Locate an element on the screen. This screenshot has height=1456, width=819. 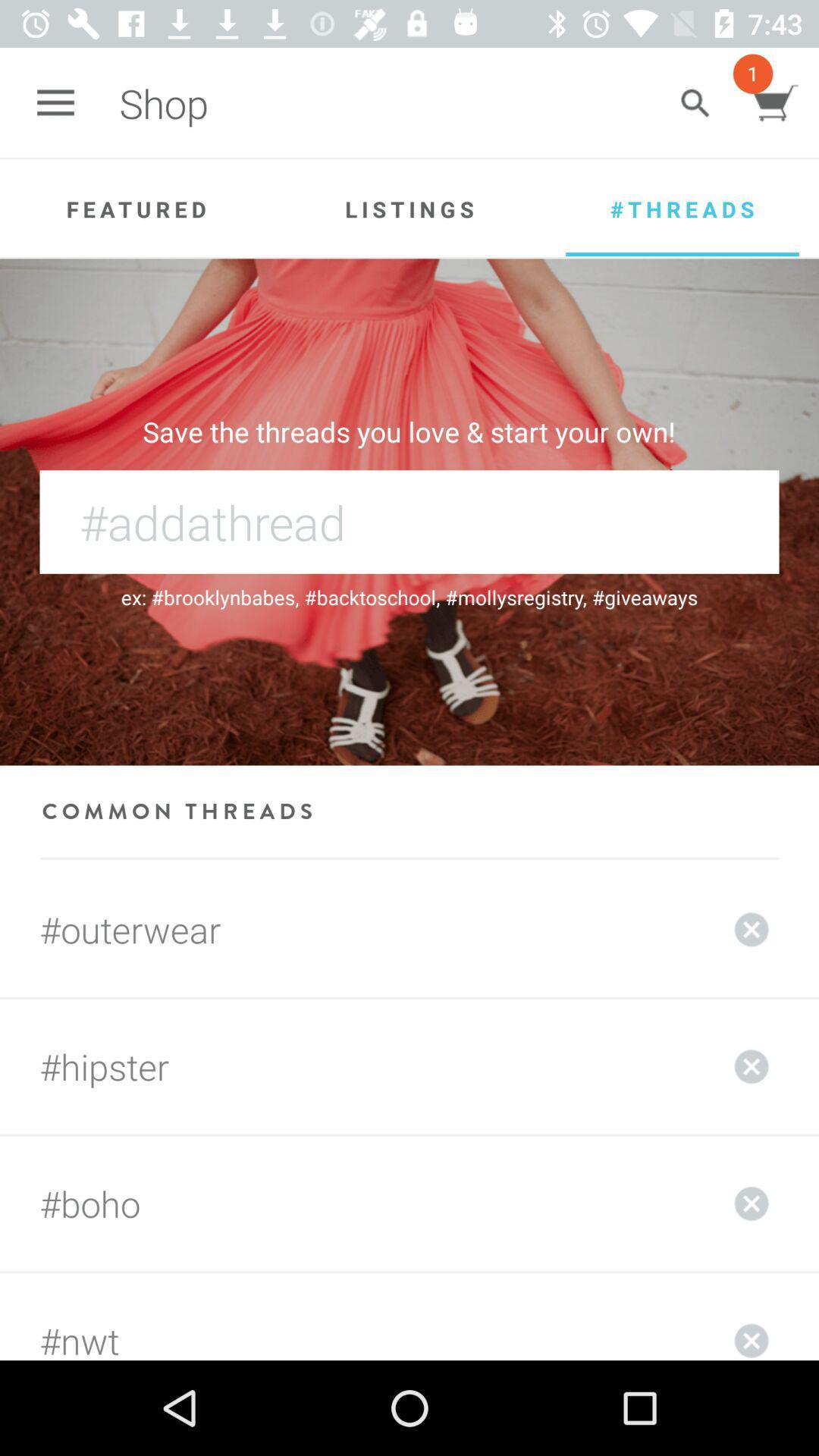
search icon is located at coordinates (695, 102).